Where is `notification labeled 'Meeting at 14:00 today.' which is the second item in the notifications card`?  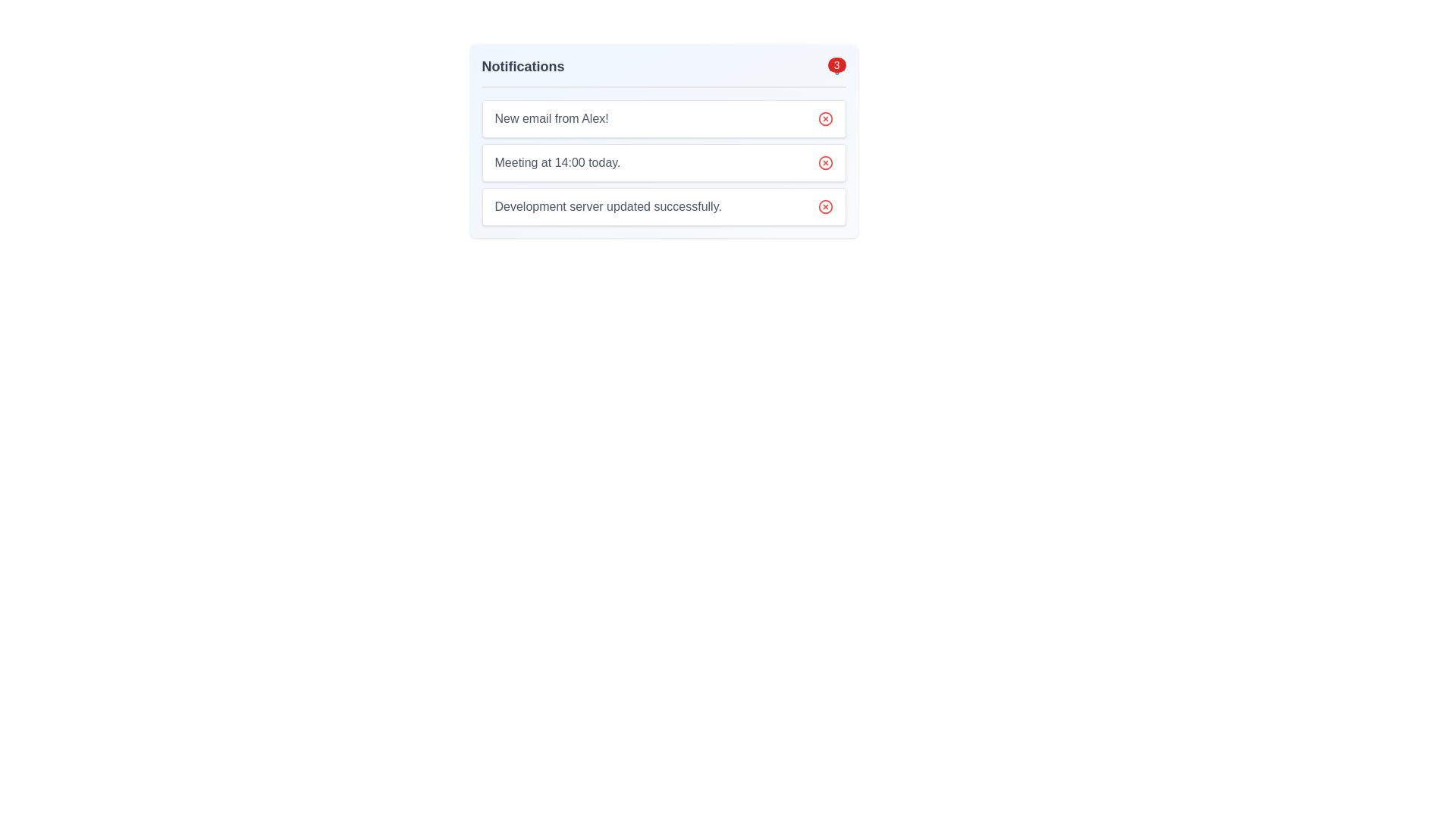 notification labeled 'Meeting at 14:00 today.' which is the second item in the notifications card is located at coordinates (664, 163).